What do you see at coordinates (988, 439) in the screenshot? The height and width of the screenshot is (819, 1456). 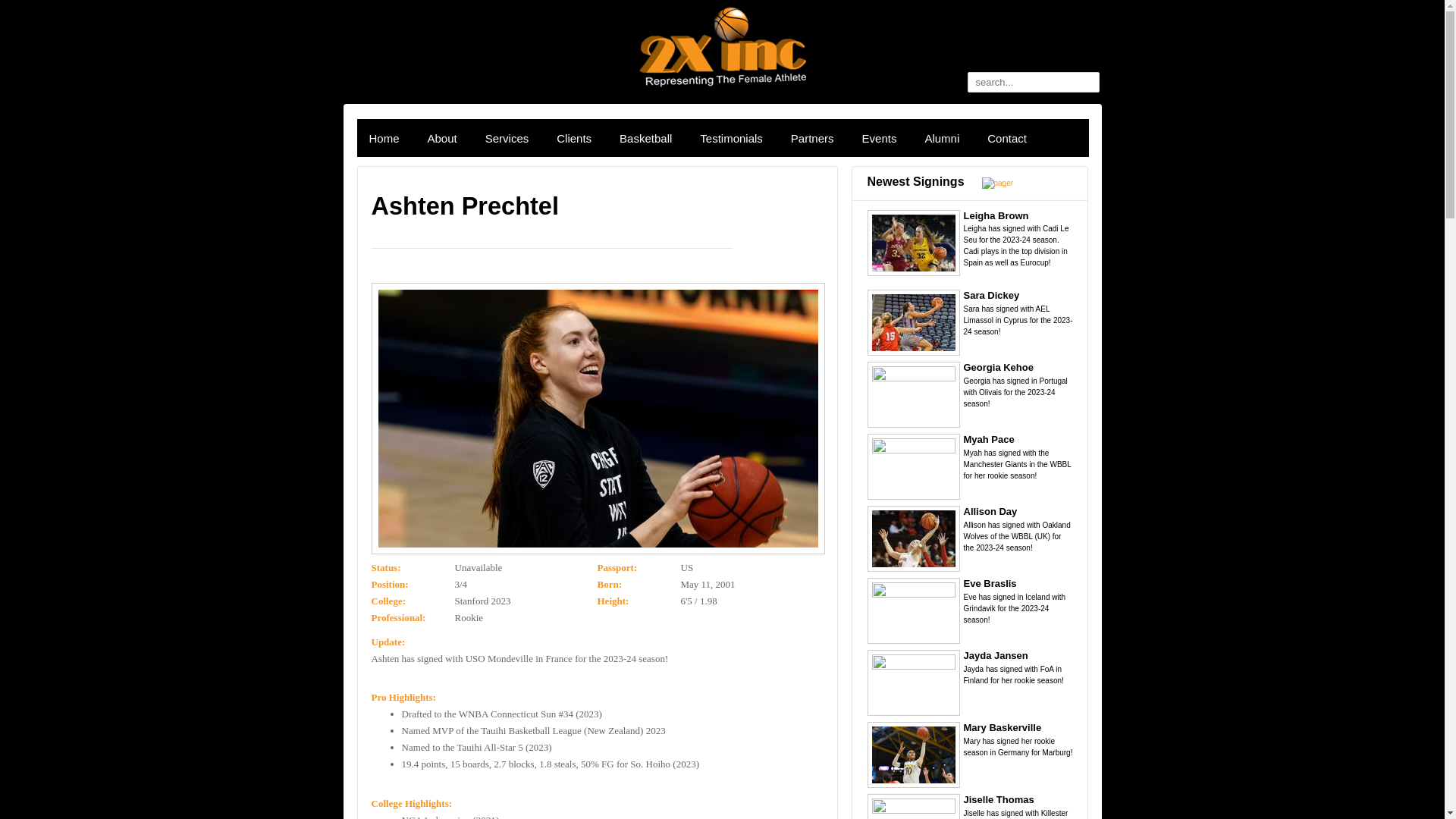 I see `'Myah Pace'` at bounding box center [988, 439].